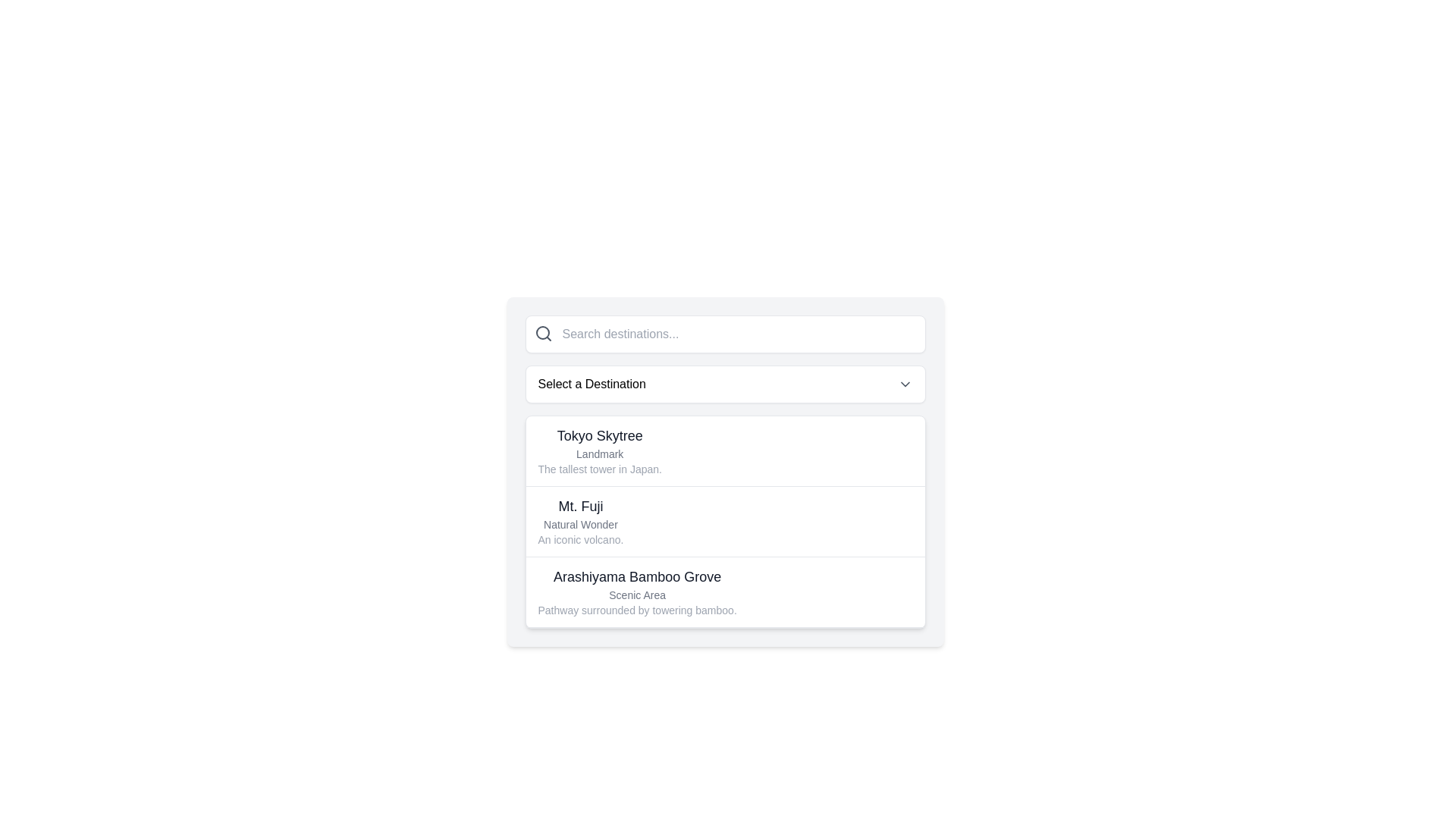 This screenshot has height=819, width=1456. What do you see at coordinates (543, 332) in the screenshot?
I see `the search icon located at the left end of the text input field, which suggests users can search for items by typing queries into the field` at bounding box center [543, 332].